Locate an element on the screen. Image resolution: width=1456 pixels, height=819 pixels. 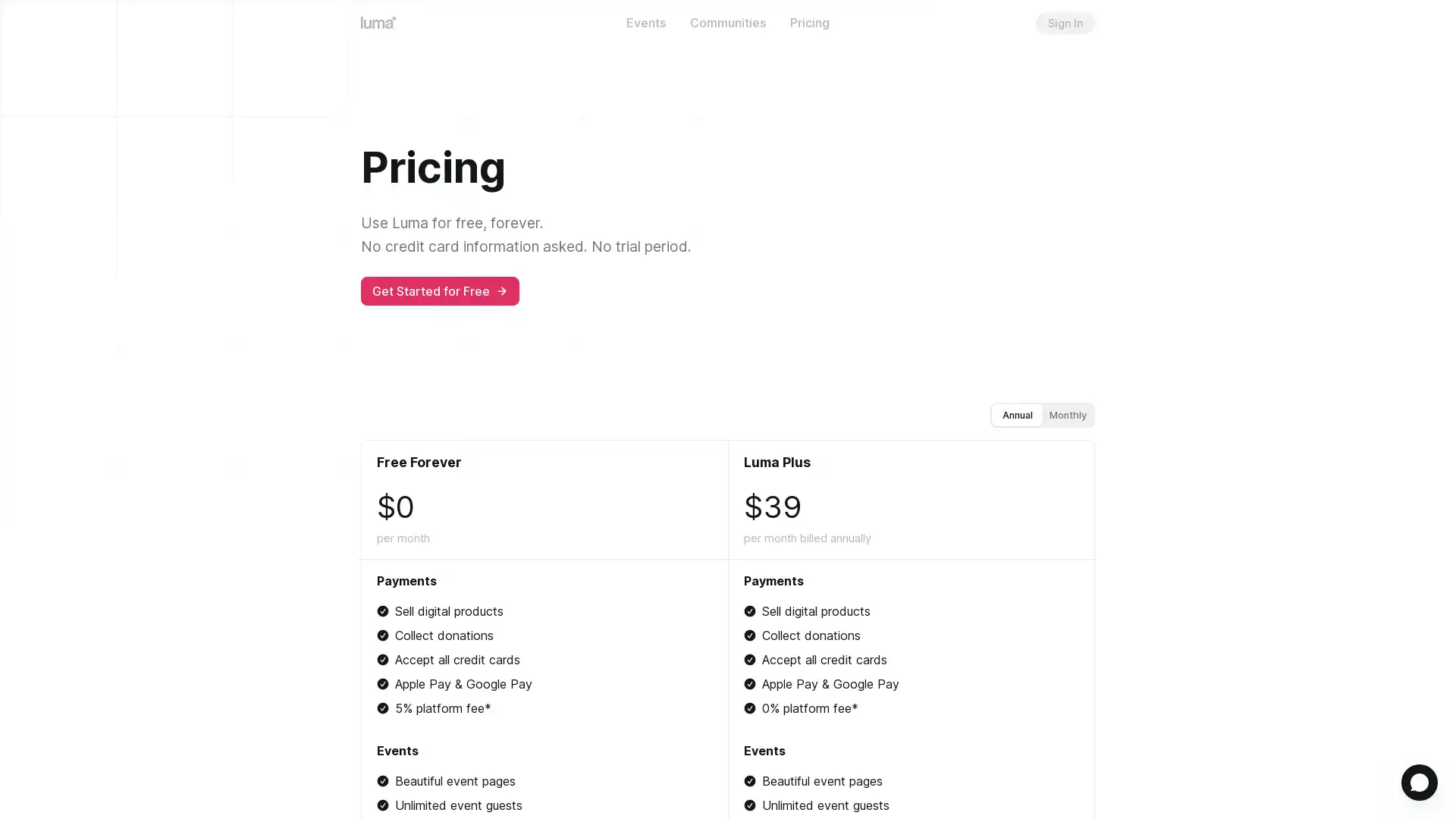
1 is located at coordinates (1419, 783).